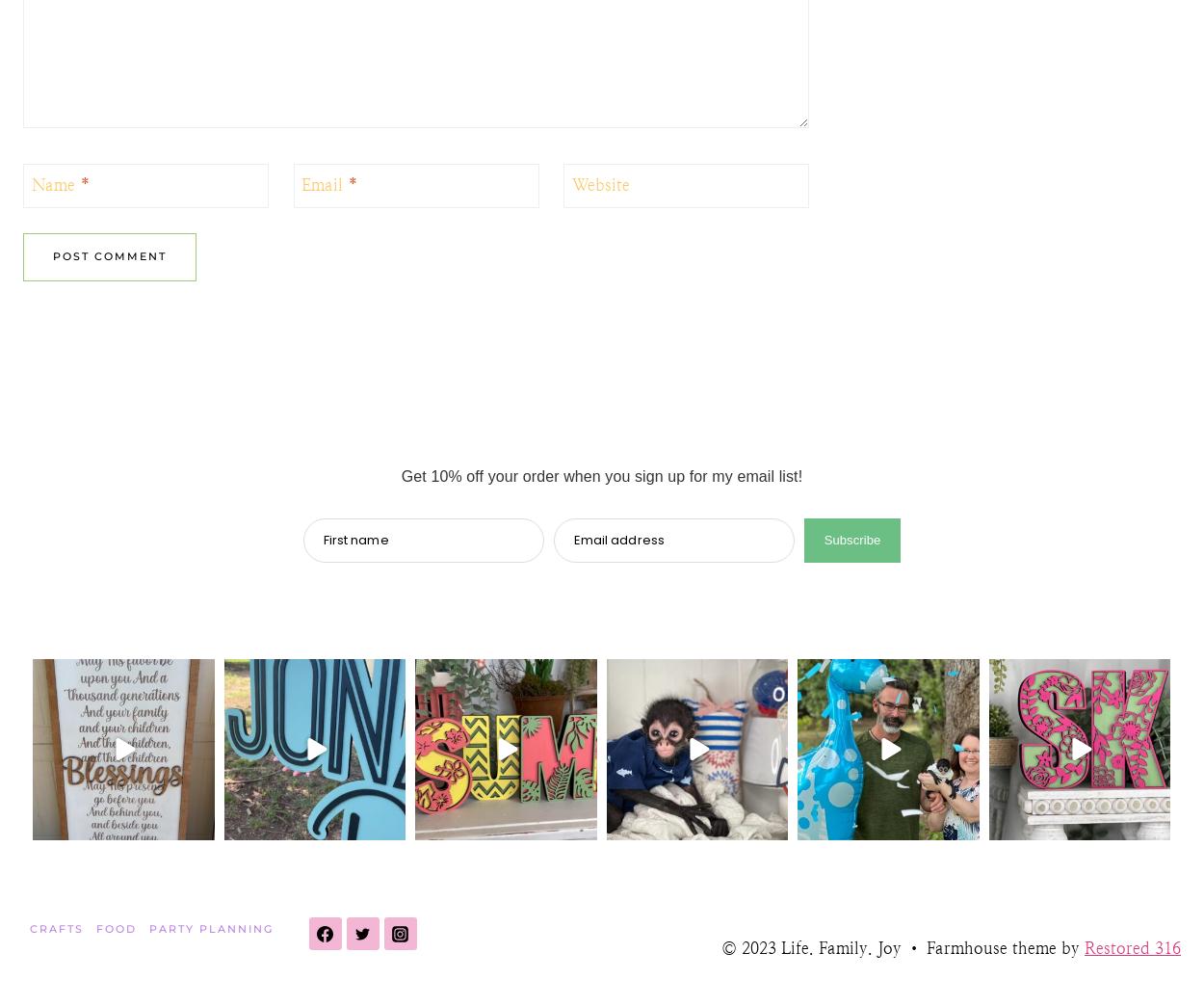 Image resolution: width=1204 pixels, height=1006 pixels. What do you see at coordinates (1133, 947) in the screenshot?
I see `'Restored 316'` at bounding box center [1133, 947].